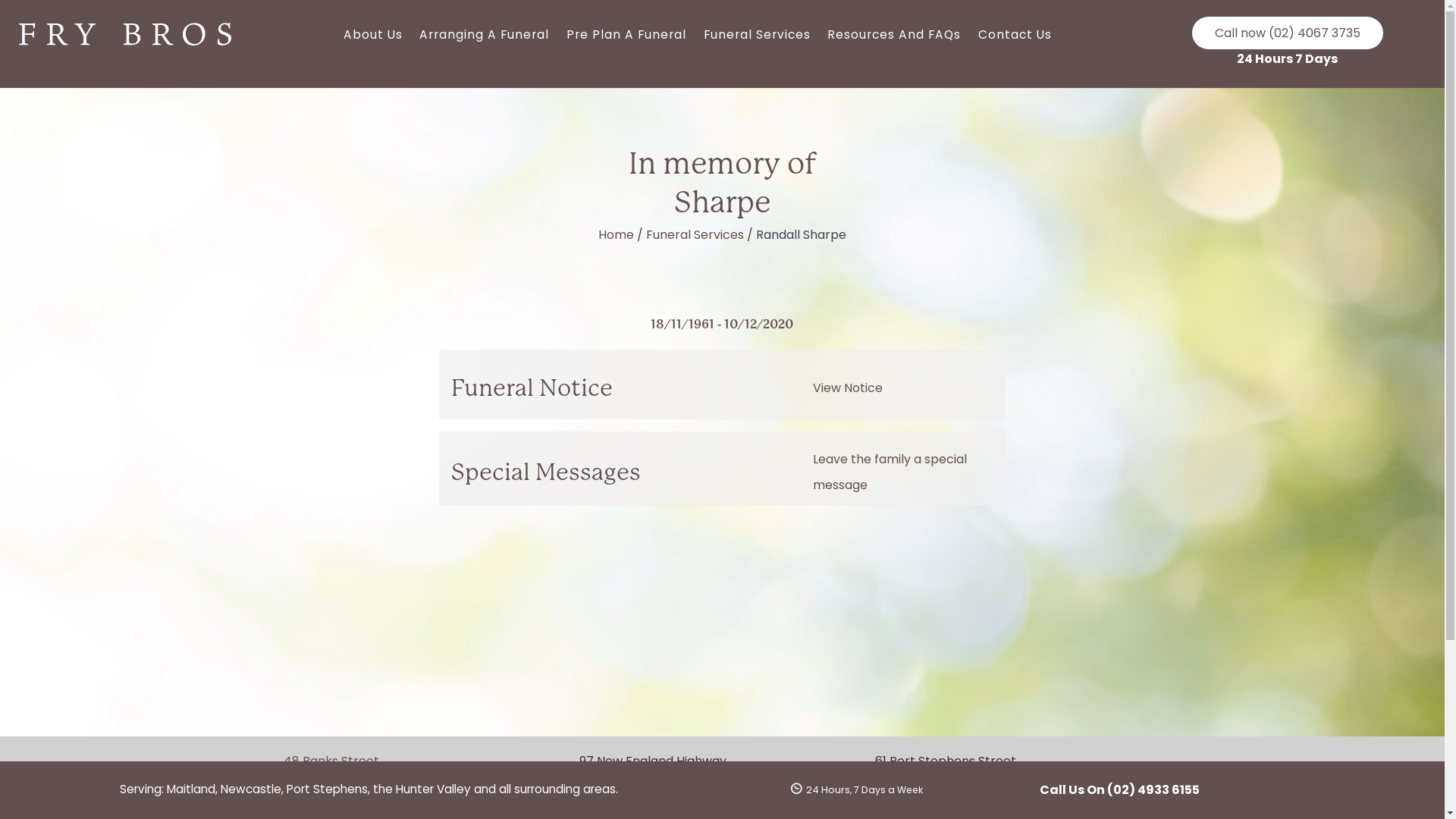  Describe the element at coordinates (354, 770) in the screenshot. I see `'48 Banks Street` at that location.